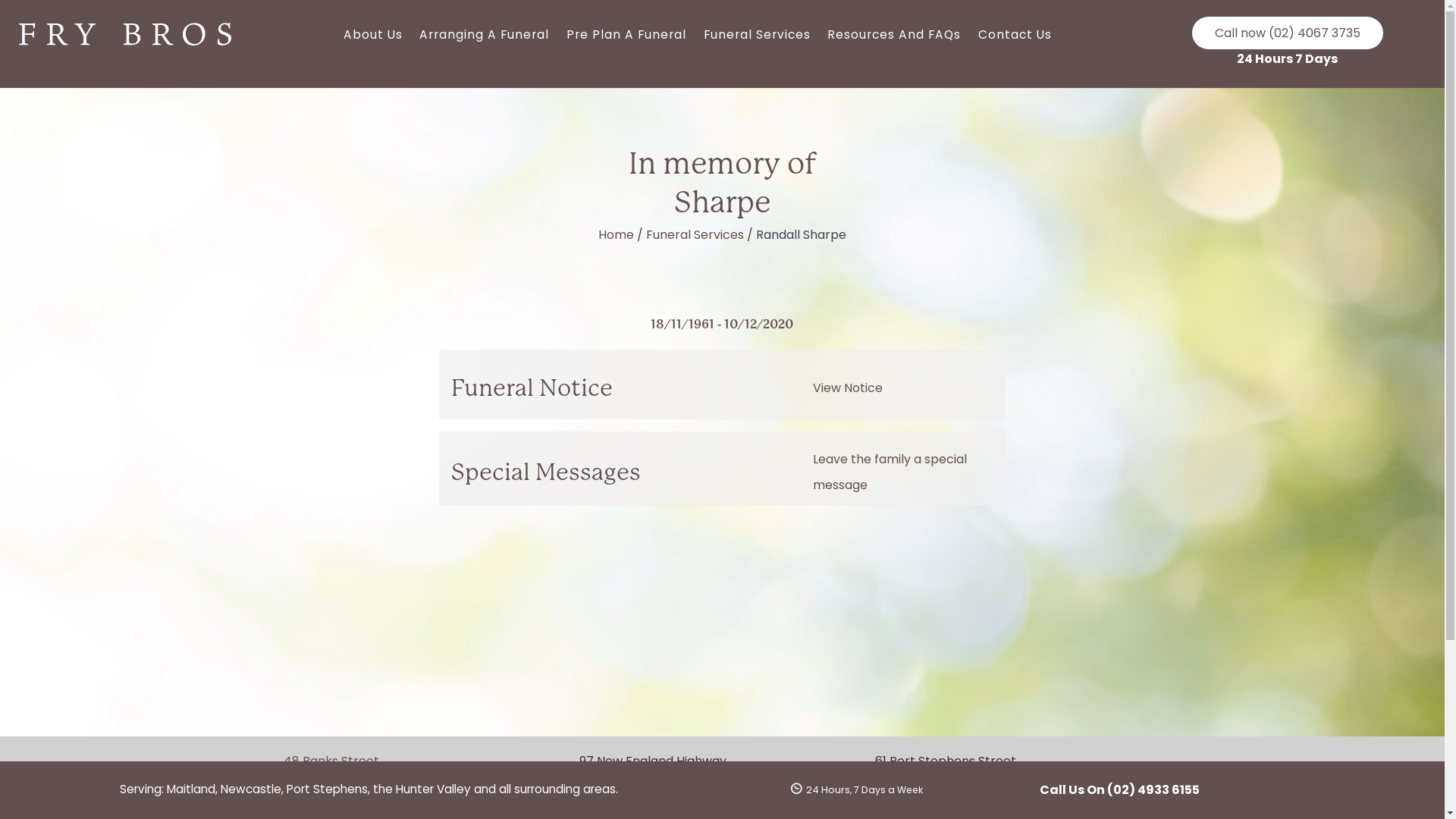  Describe the element at coordinates (354, 770) in the screenshot. I see `'48 Banks Street` at that location.